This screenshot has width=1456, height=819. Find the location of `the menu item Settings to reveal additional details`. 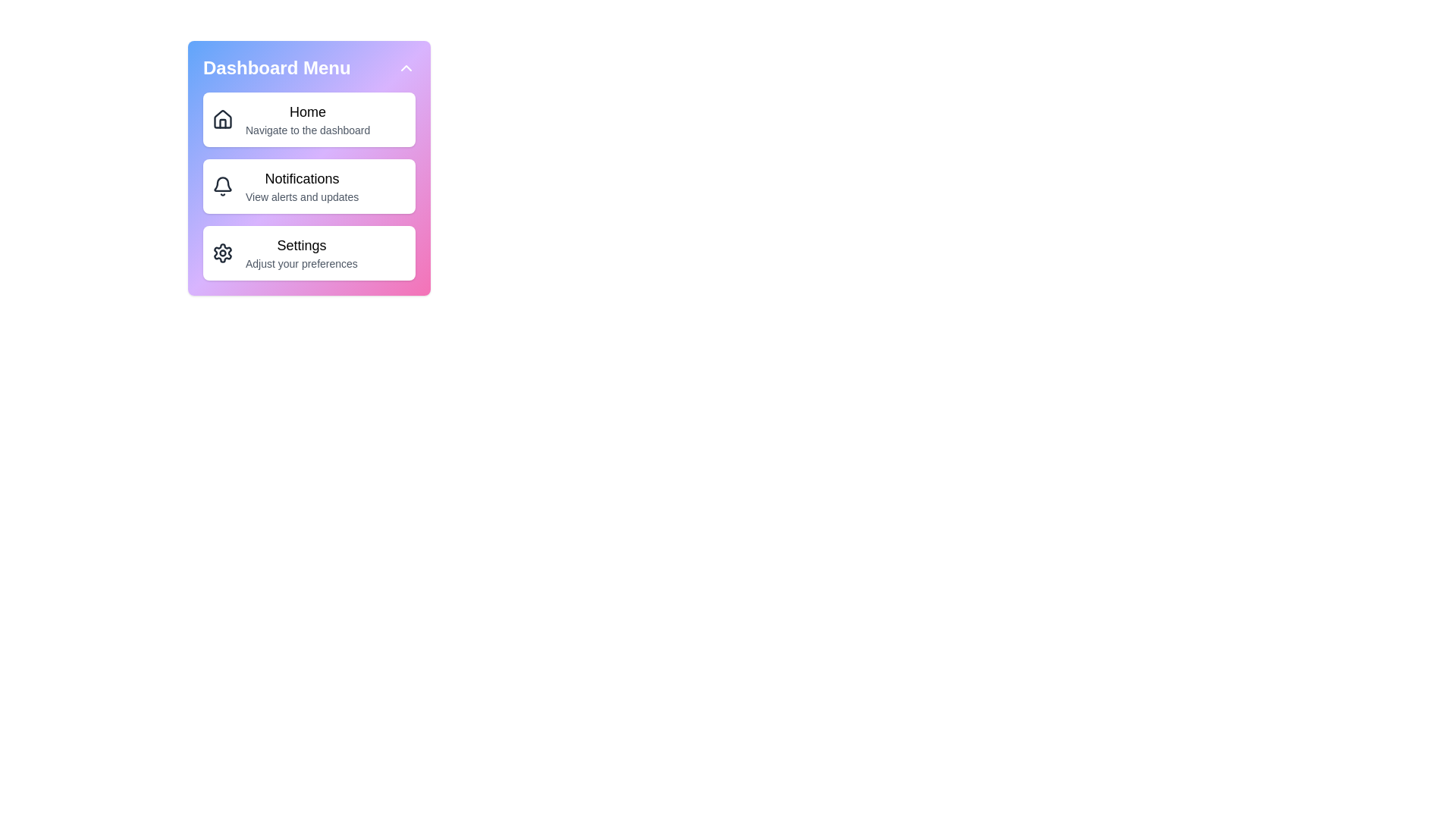

the menu item Settings to reveal additional details is located at coordinates (309, 253).